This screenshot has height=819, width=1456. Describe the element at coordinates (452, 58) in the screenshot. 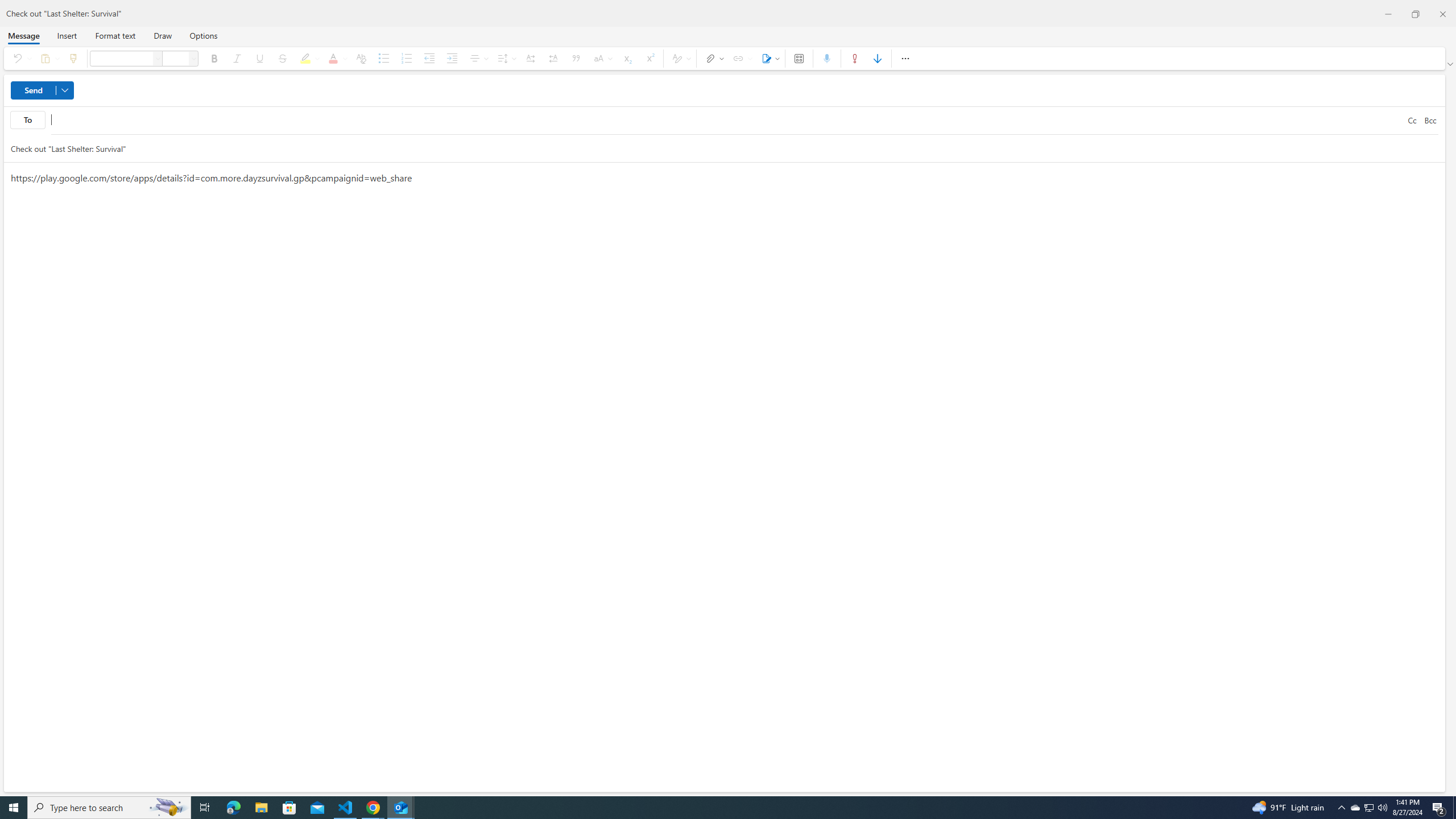

I see `'Increase indent'` at that location.